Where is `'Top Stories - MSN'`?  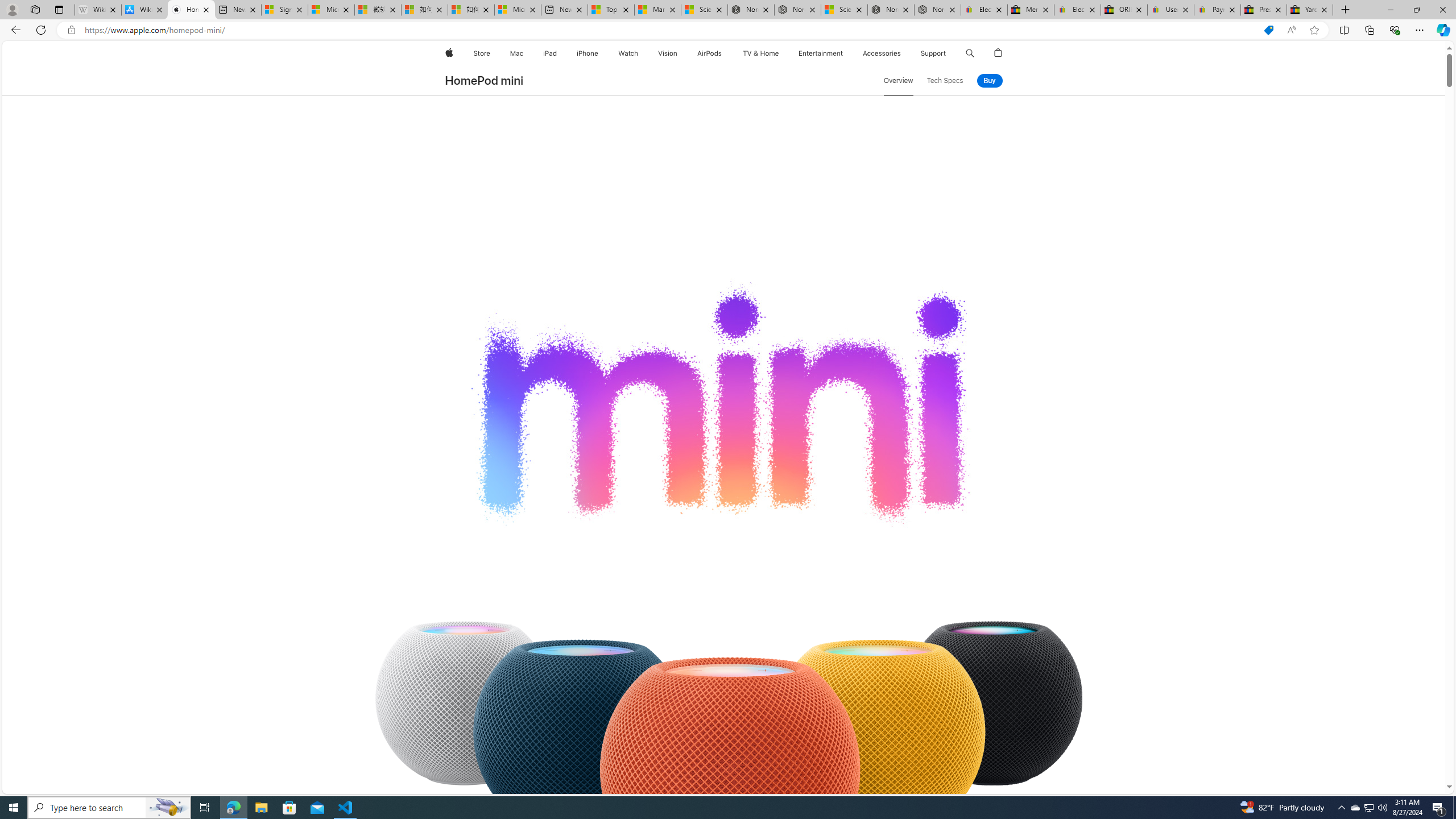
'Top Stories - MSN' is located at coordinates (610, 9).